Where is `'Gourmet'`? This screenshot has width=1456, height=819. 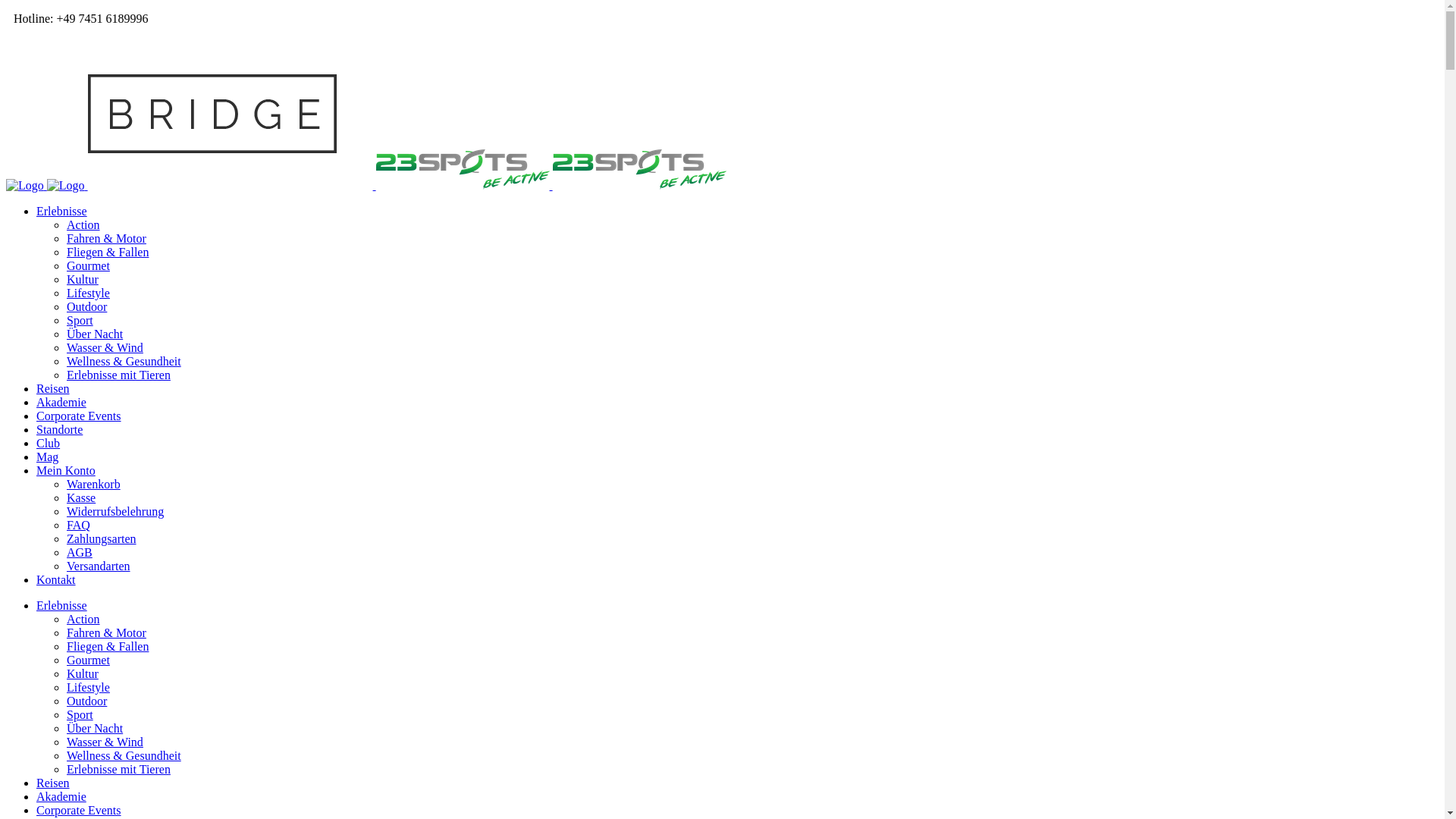
'Gourmet' is located at coordinates (87, 659).